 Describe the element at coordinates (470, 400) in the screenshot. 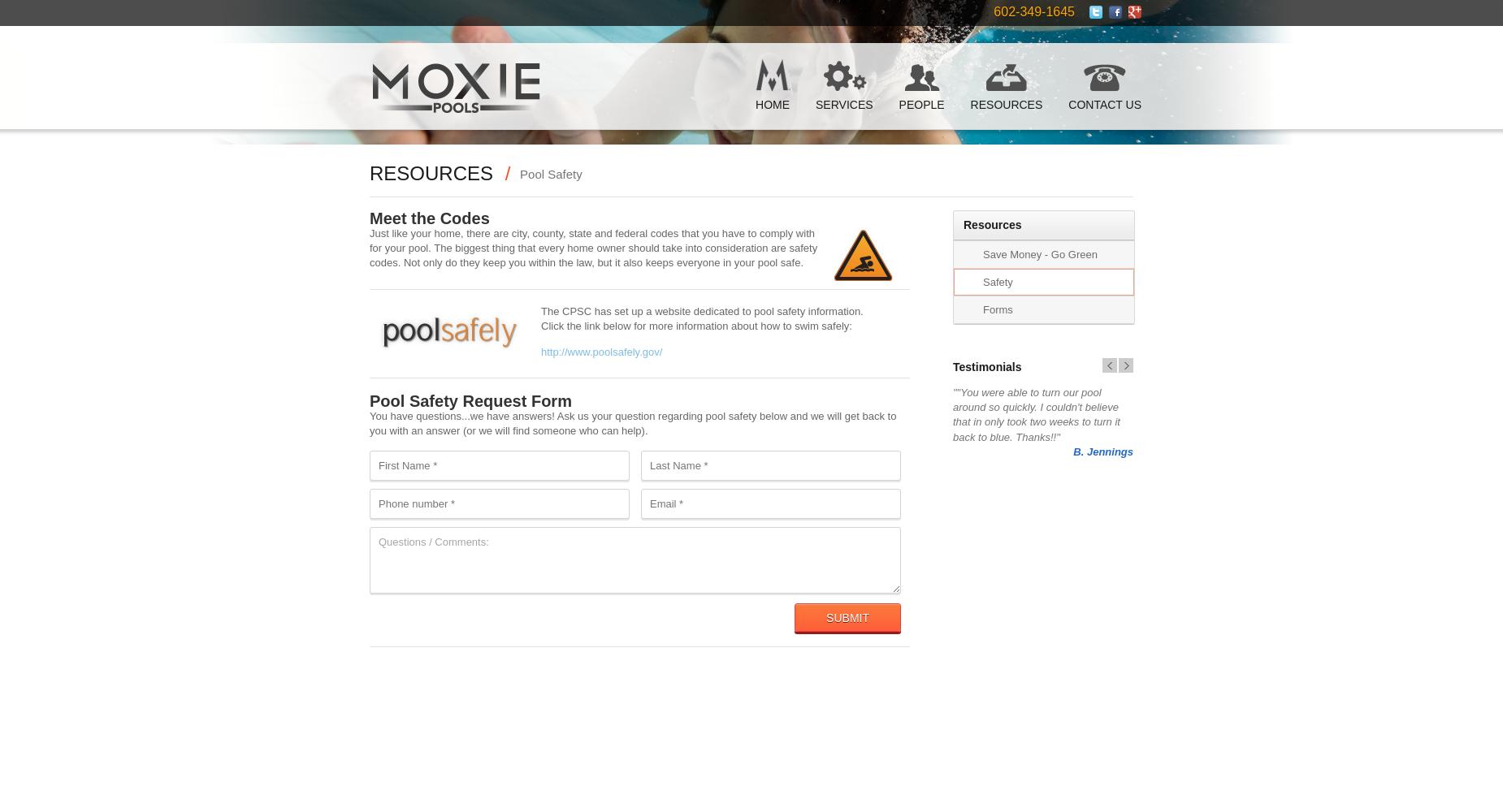

I see `'Pool Safety Request Form'` at that location.